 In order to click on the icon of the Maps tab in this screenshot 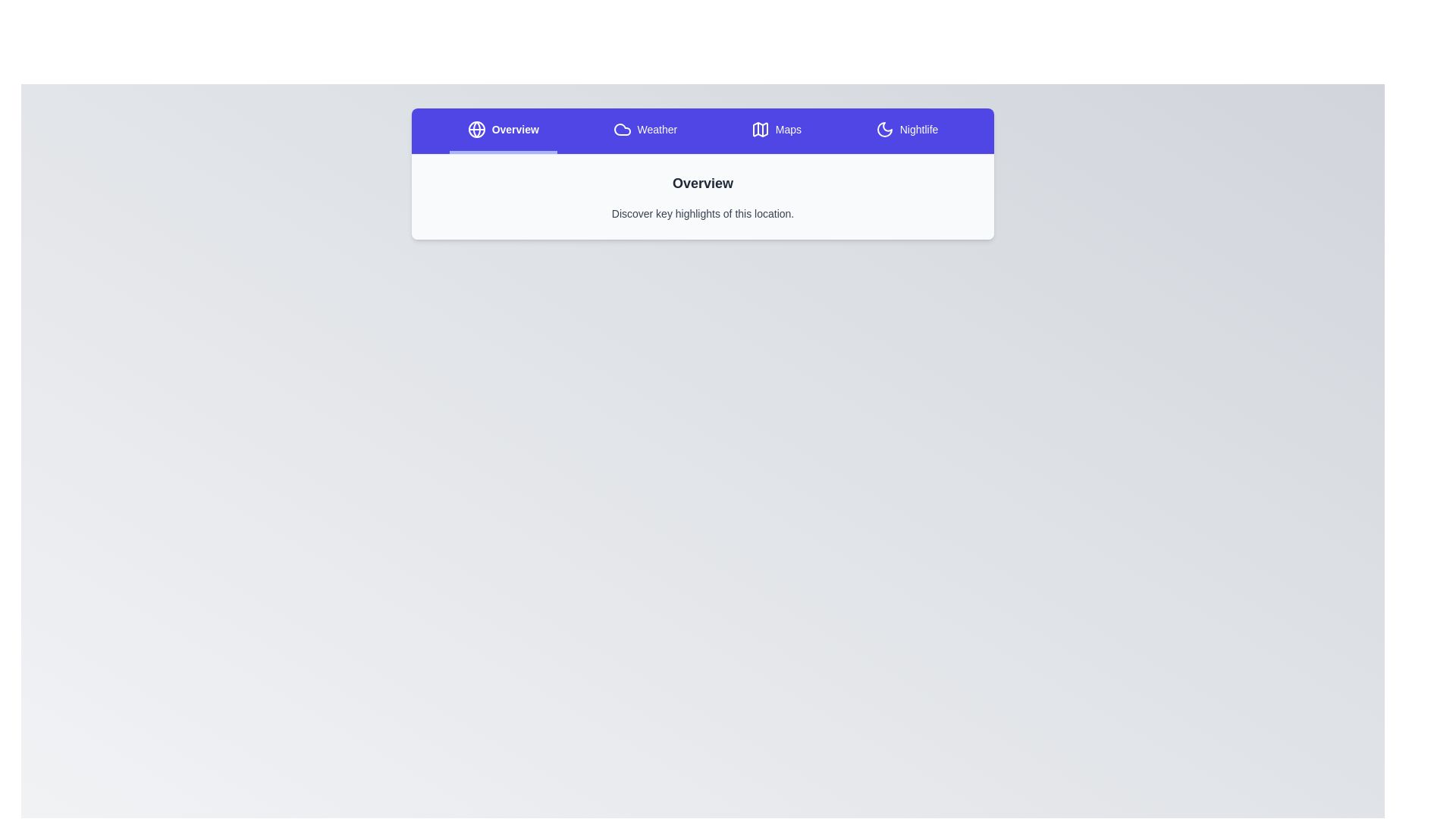, I will do `click(760, 128)`.